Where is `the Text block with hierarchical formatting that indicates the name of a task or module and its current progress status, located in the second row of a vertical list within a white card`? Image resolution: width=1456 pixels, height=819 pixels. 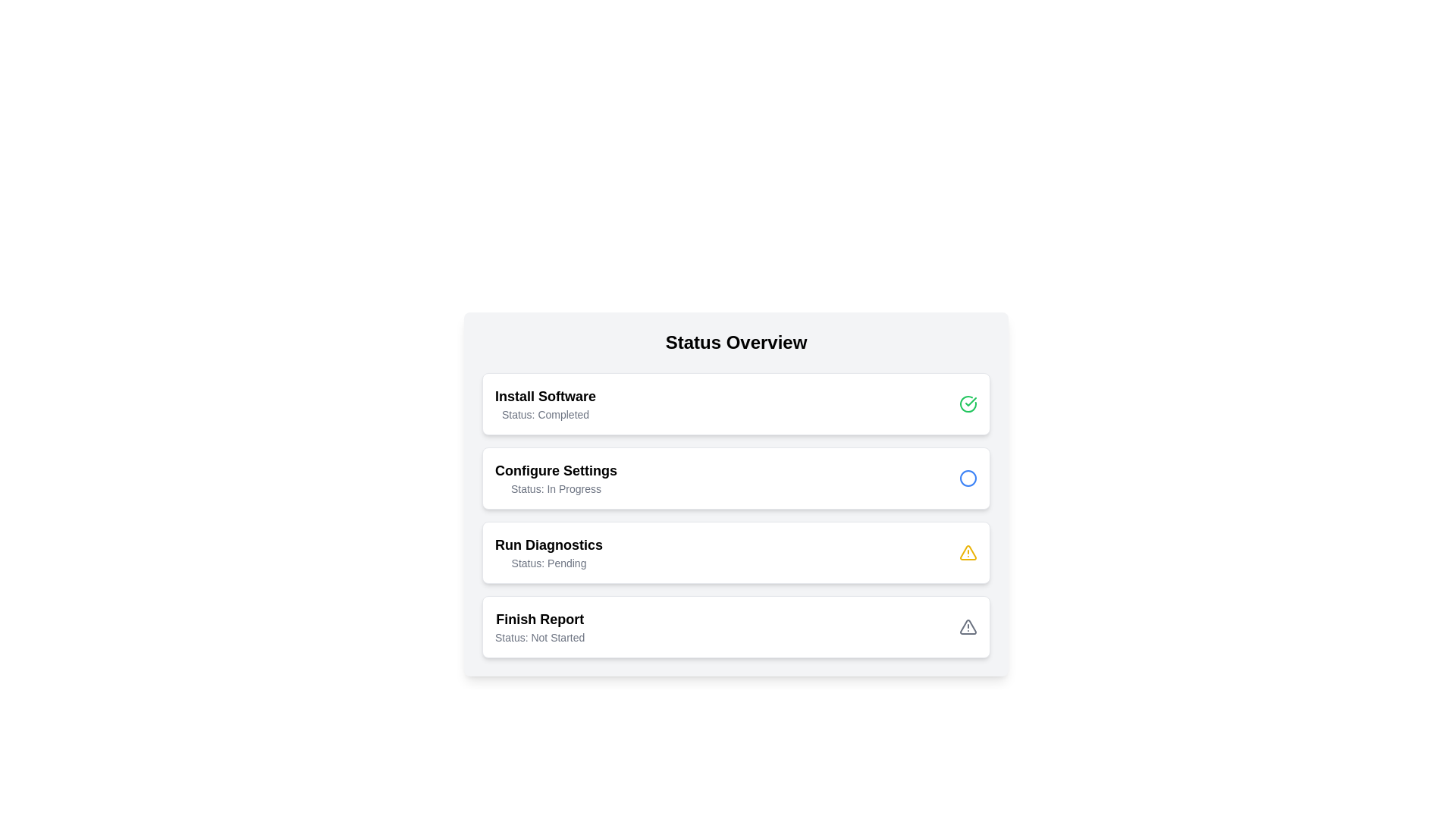
the Text block with hierarchical formatting that indicates the name of a task or module and its current progress status, located in the second row of a vertical list within a white card is located at coordinates (555, 479).